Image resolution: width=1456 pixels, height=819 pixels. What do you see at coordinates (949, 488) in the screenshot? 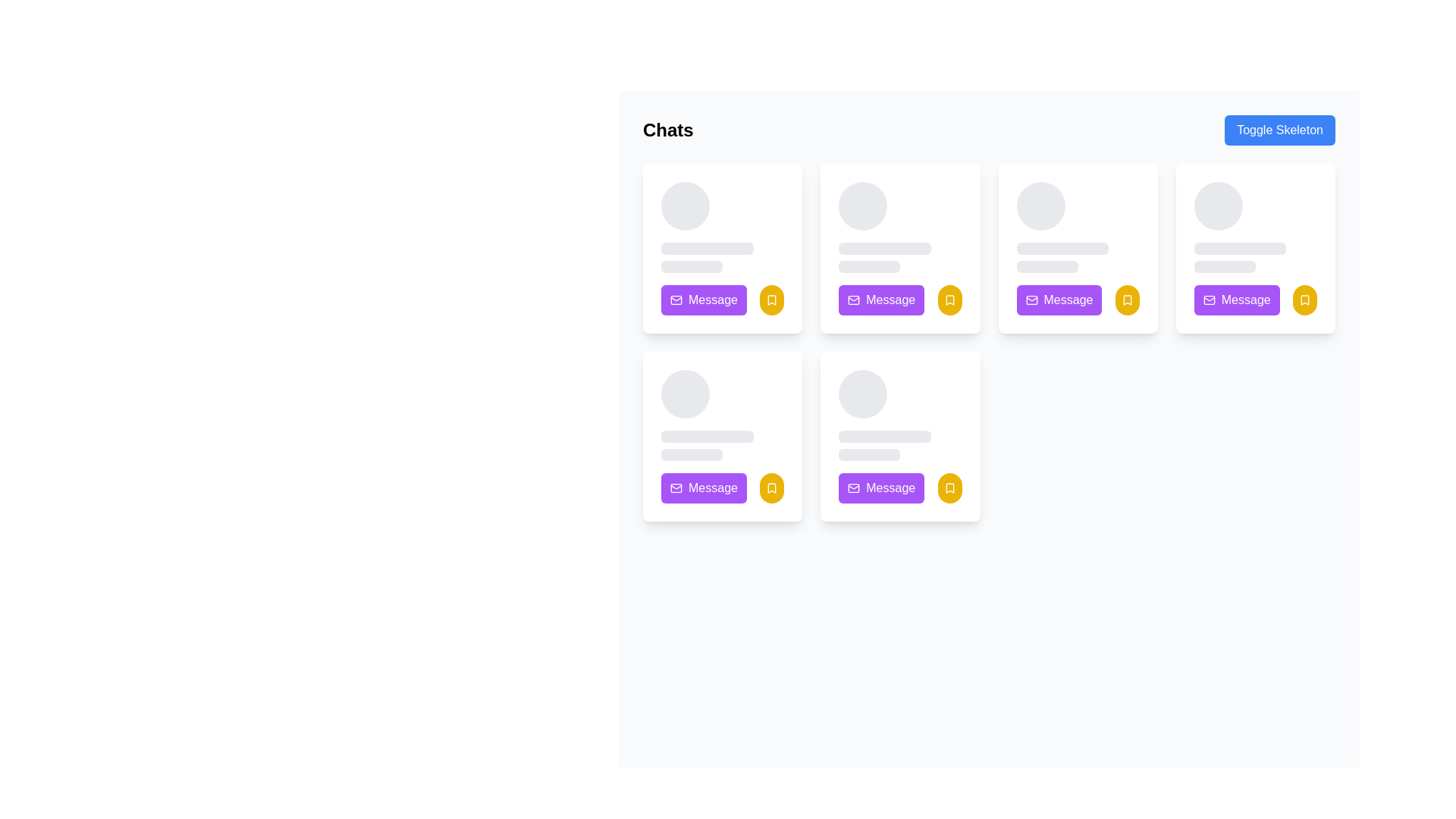
I see `the yellow bookmark-shaped icon with a cut-out area located in the bottom right corner of the last card in the lower row of a 2x3 grid` at bounding box center [949, 488].